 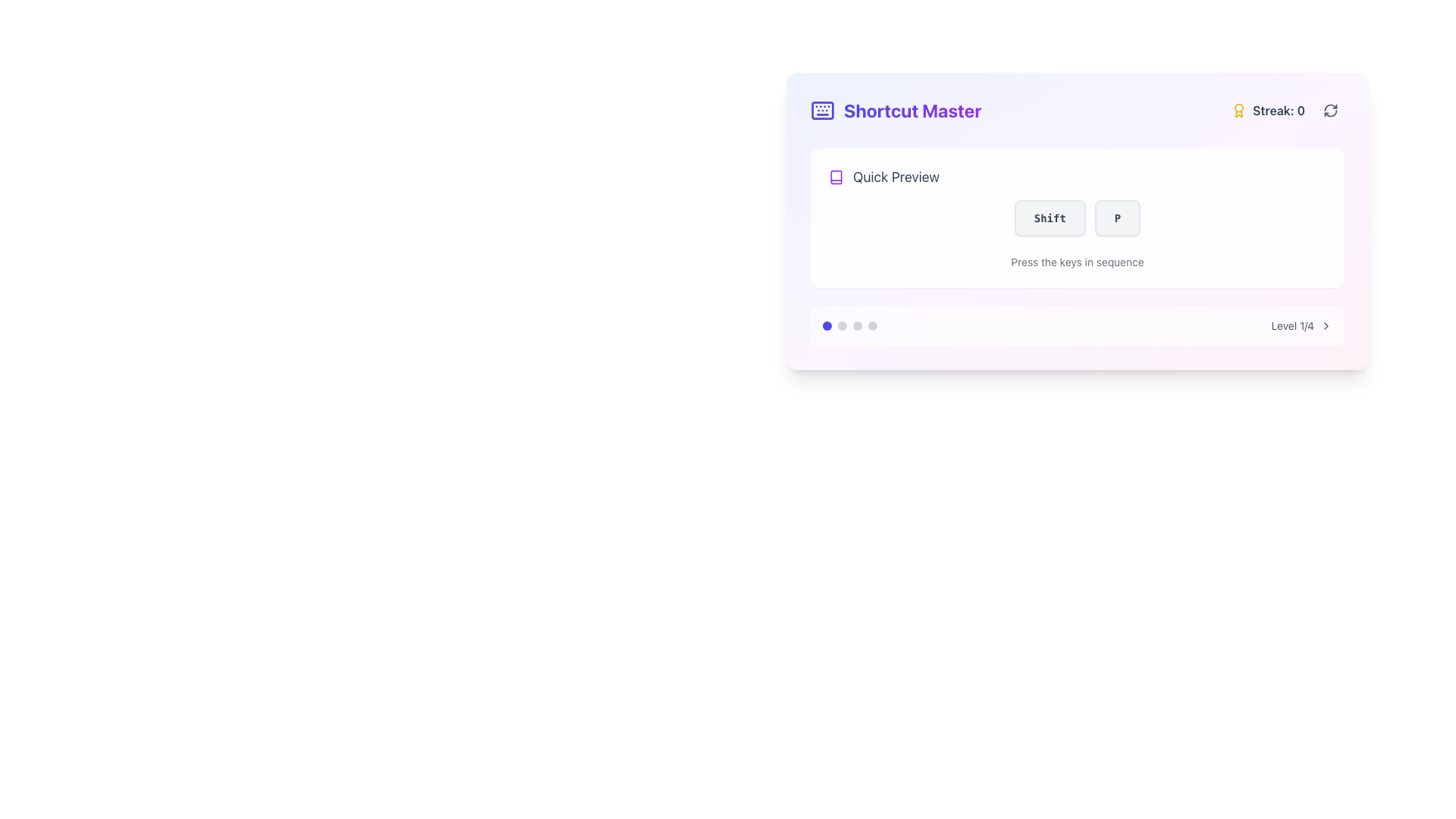 I want to click on the fourth circular dot indicator, which is light gray and part of the carousel or progress tracker at the bottom of the 'Shortcut Master' layout, so click(x=873, y=325).